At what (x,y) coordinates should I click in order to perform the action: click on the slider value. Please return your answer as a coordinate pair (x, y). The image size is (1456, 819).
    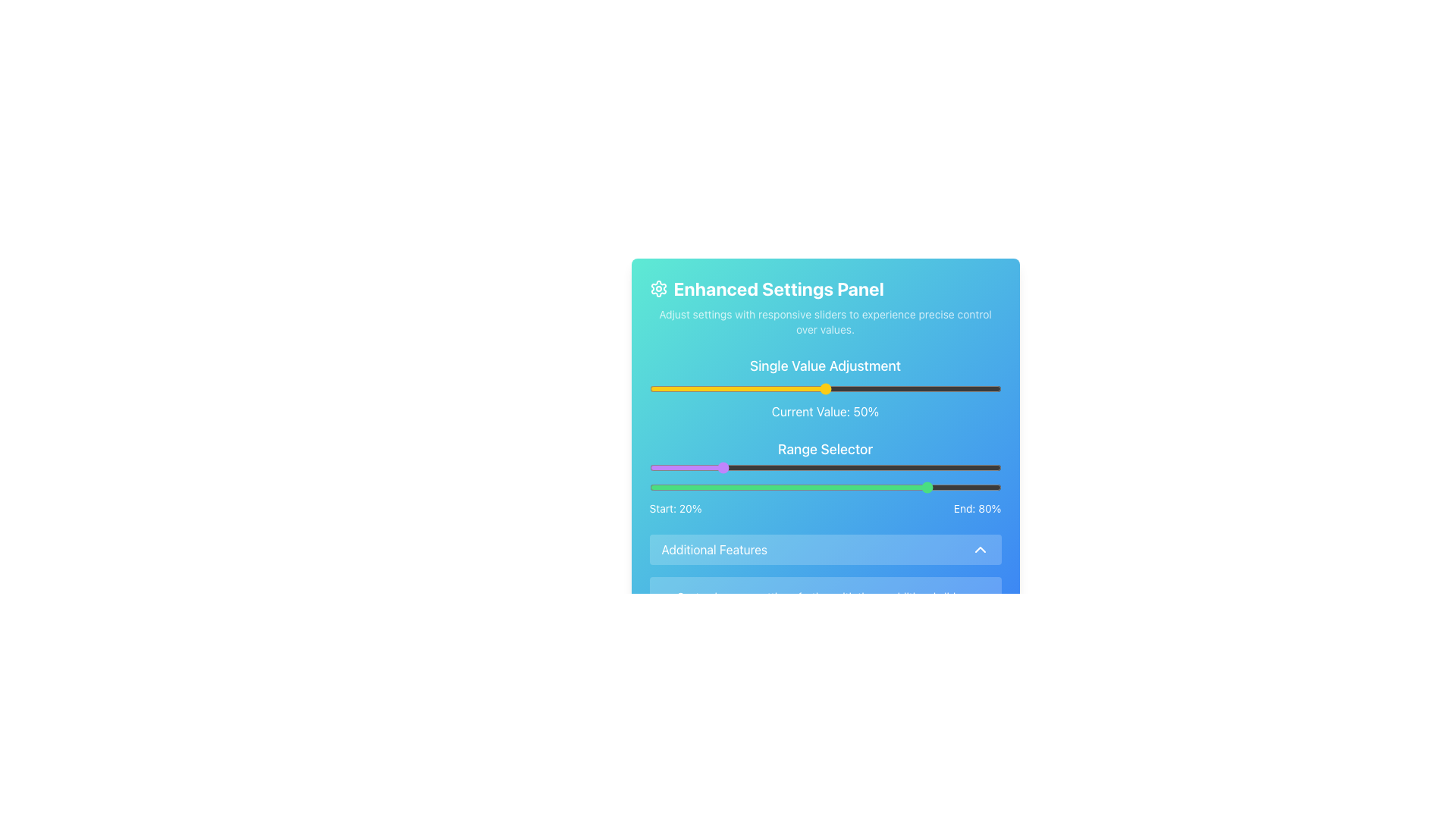
    Looking at the image, I should click on (994, 388).